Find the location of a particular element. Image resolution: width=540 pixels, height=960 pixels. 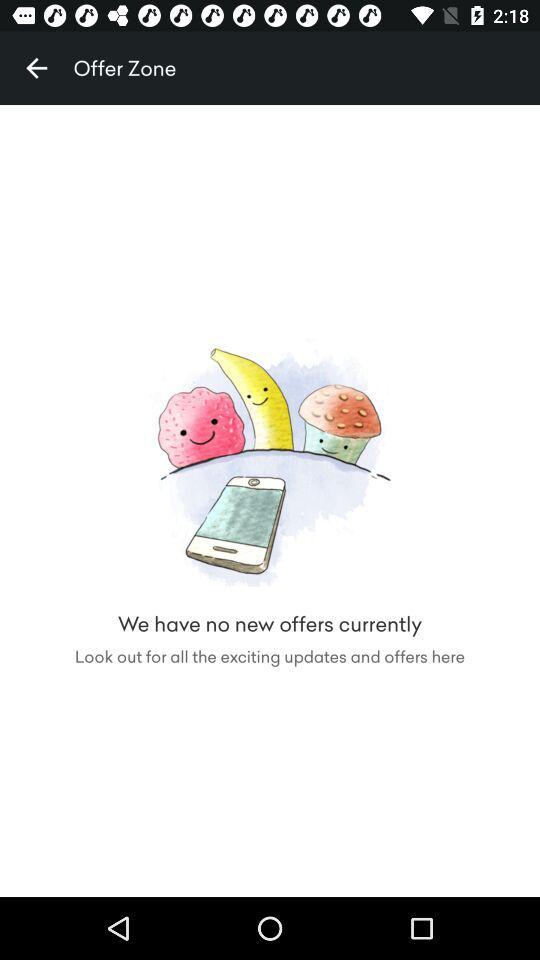

the item next to the offer zone icon is located at coordinates (36, 68).